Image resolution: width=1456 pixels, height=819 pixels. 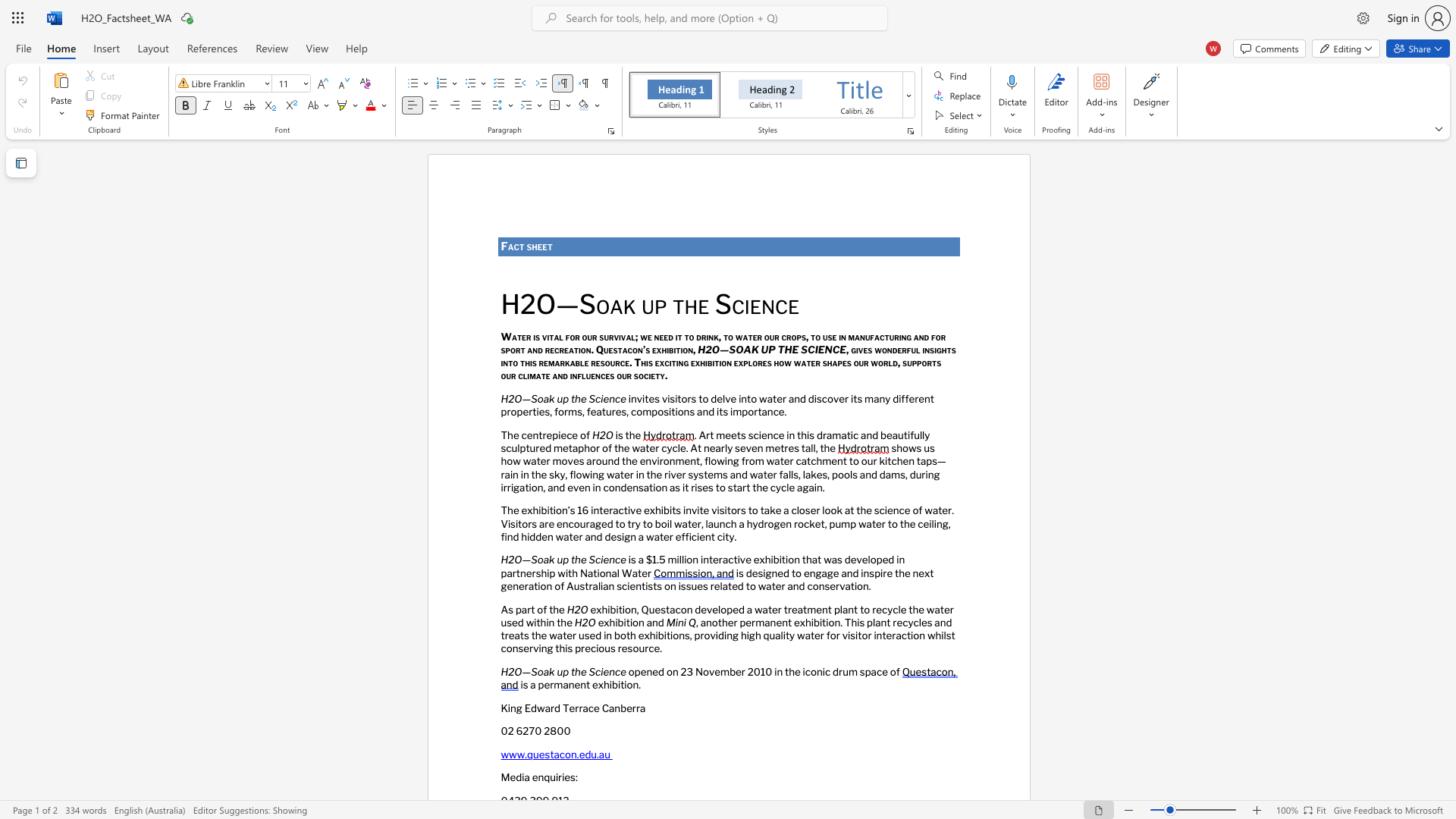 What do you see at coordinates (532, 435) in the screenshot?
I see `the subset text "ntrepiec" within the text "The centrepiece of"` at bounding box center [532, 435].